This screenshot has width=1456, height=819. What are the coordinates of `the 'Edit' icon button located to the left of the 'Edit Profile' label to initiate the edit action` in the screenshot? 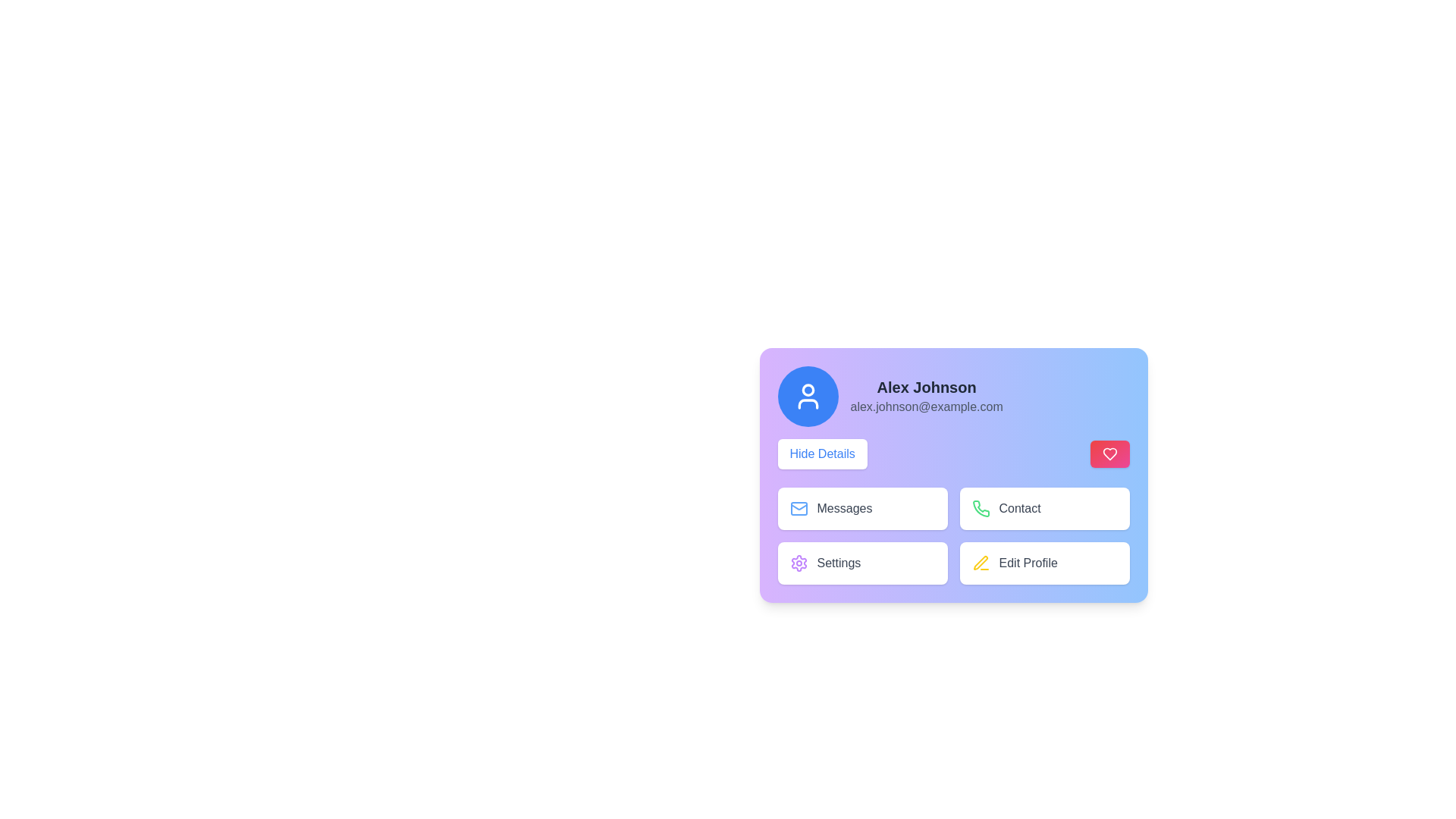 It's located at (981, 563).